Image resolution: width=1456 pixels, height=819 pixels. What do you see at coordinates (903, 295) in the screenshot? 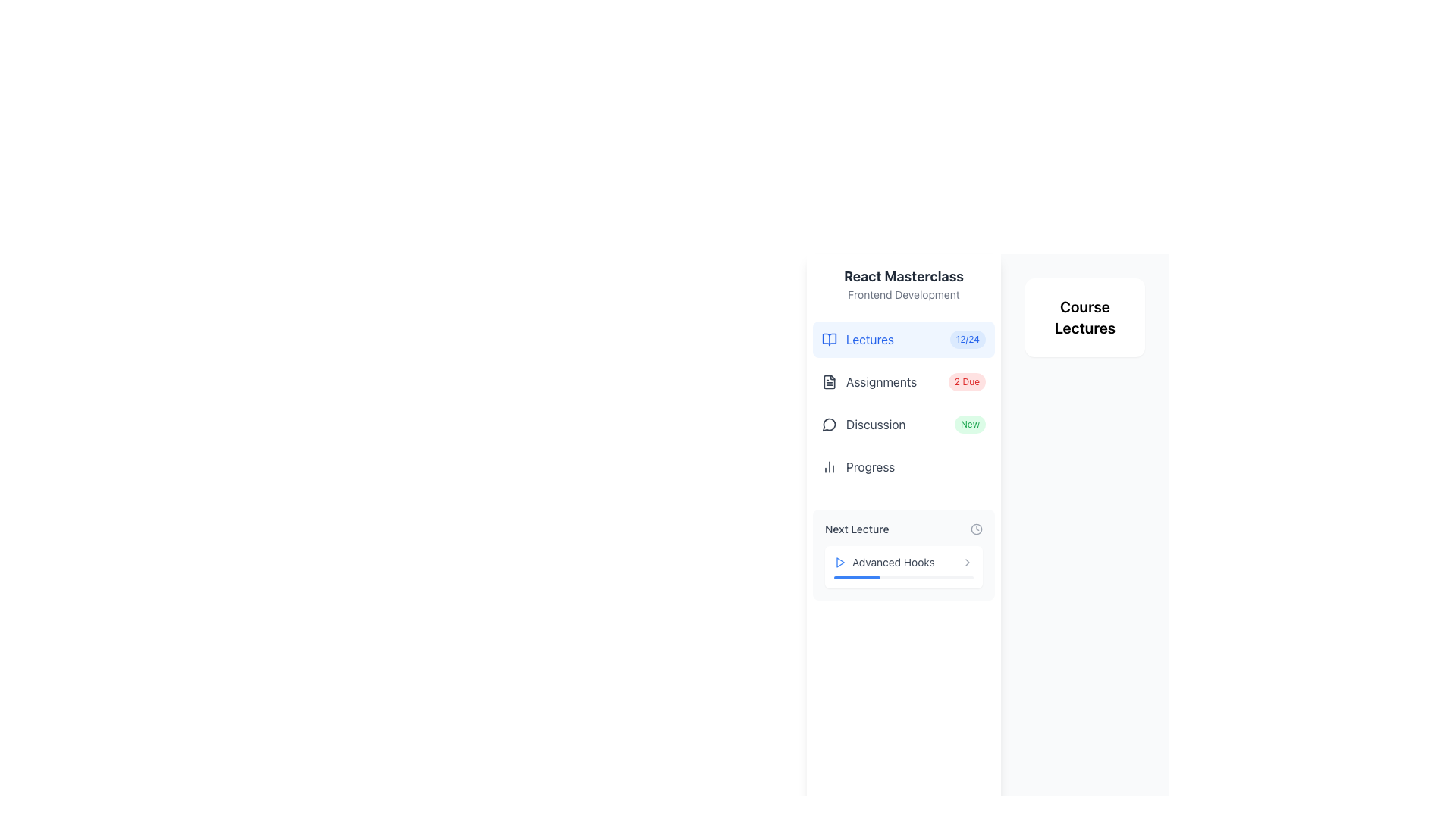
I see `the text label that serves as a subheading below the 'React Masterclass' header, providing additional context` at bounding box center [903, 295].